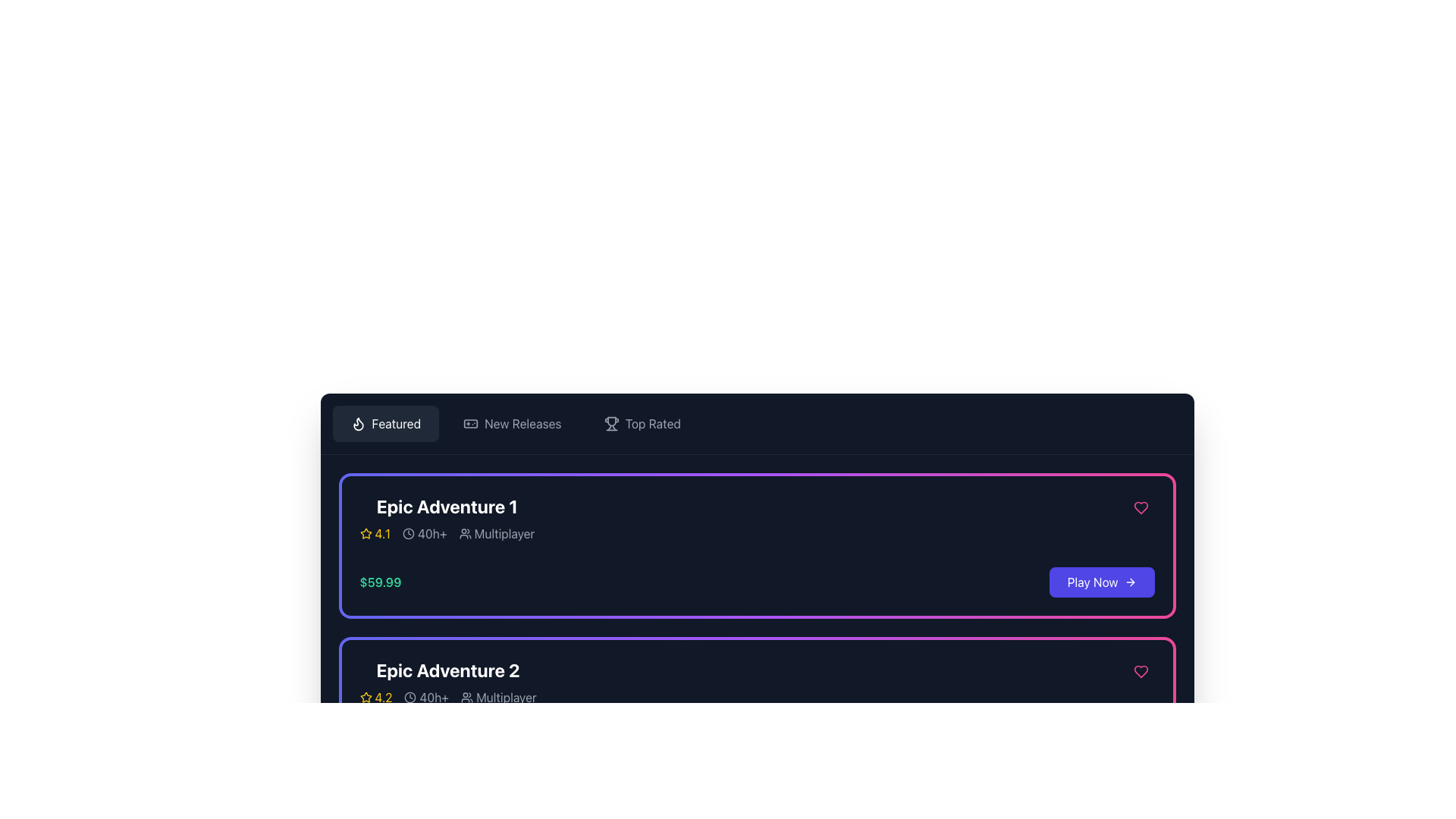 Image resolution: width=1456 pixels, height=819 pixels. Describe the element at coordinates (1141, 671) in the screenshot. I see `the 'favorite' button located in the top-right corner of the card labeled 'Epic Adventure 2'` at that location.